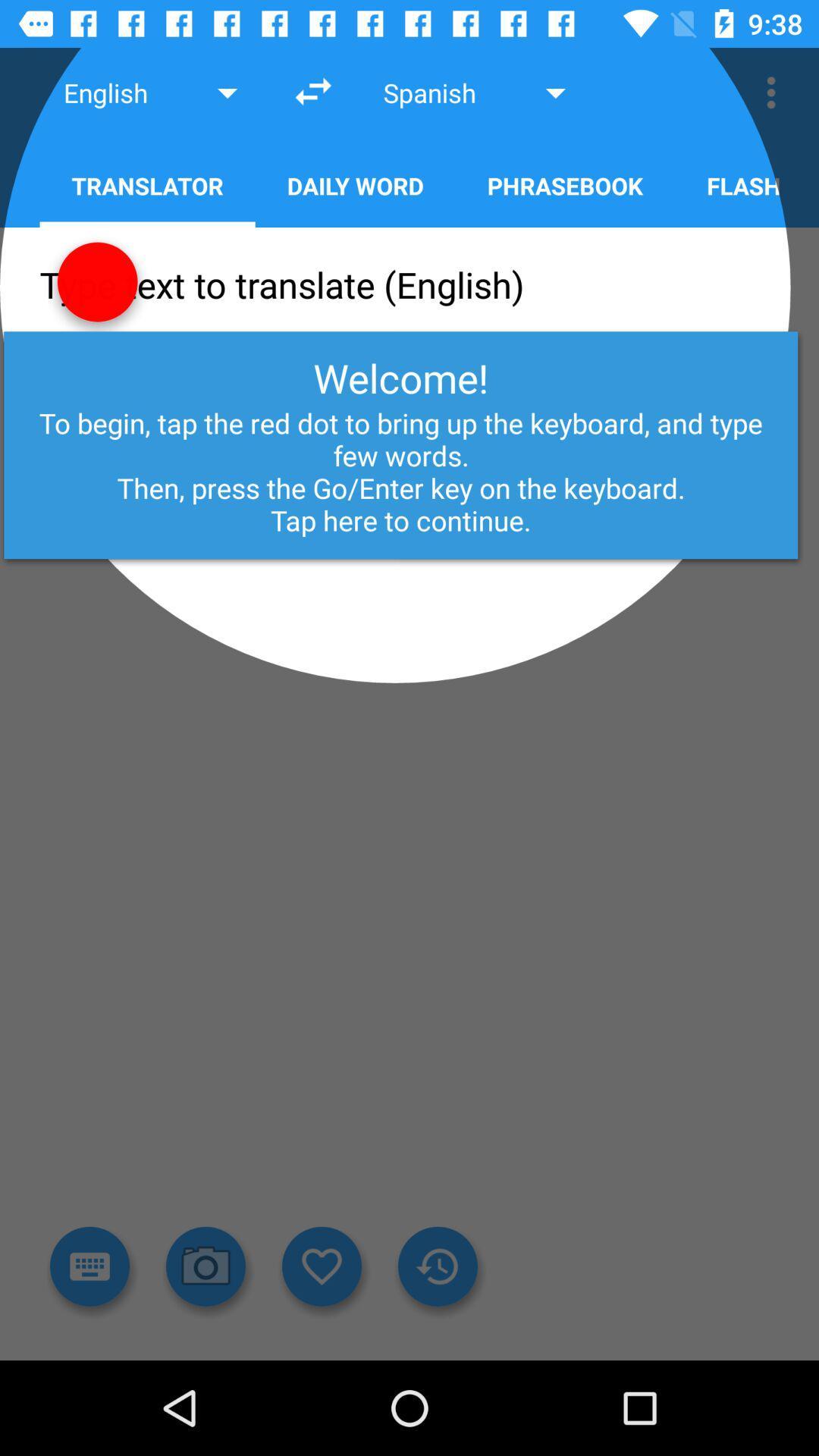 Image resolution: width=819 pixels, height=1456 pixels. I want to click on the history icon, so click(438, 1266).